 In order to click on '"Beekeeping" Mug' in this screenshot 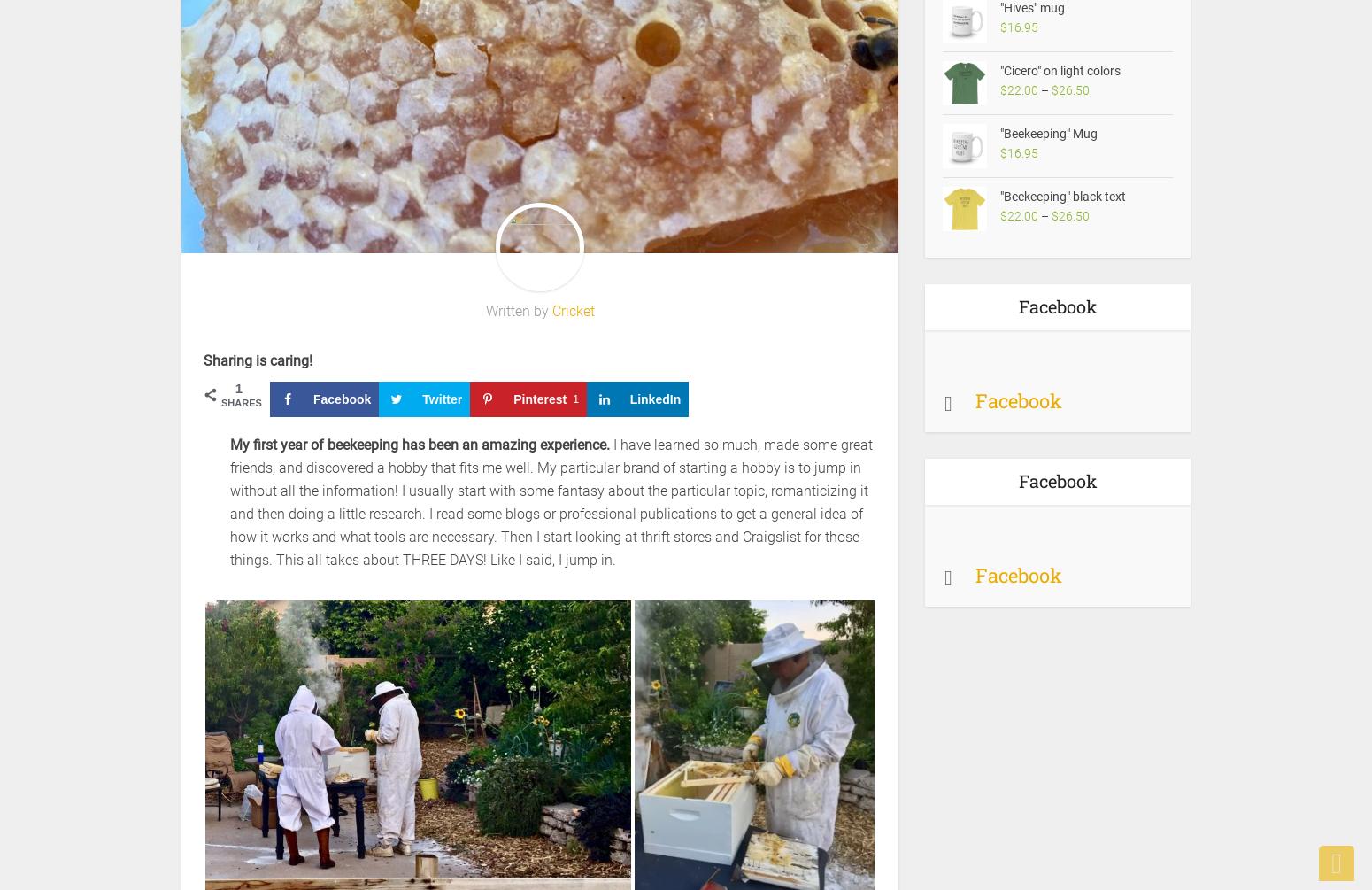, I will do `click(1048, 133)`.